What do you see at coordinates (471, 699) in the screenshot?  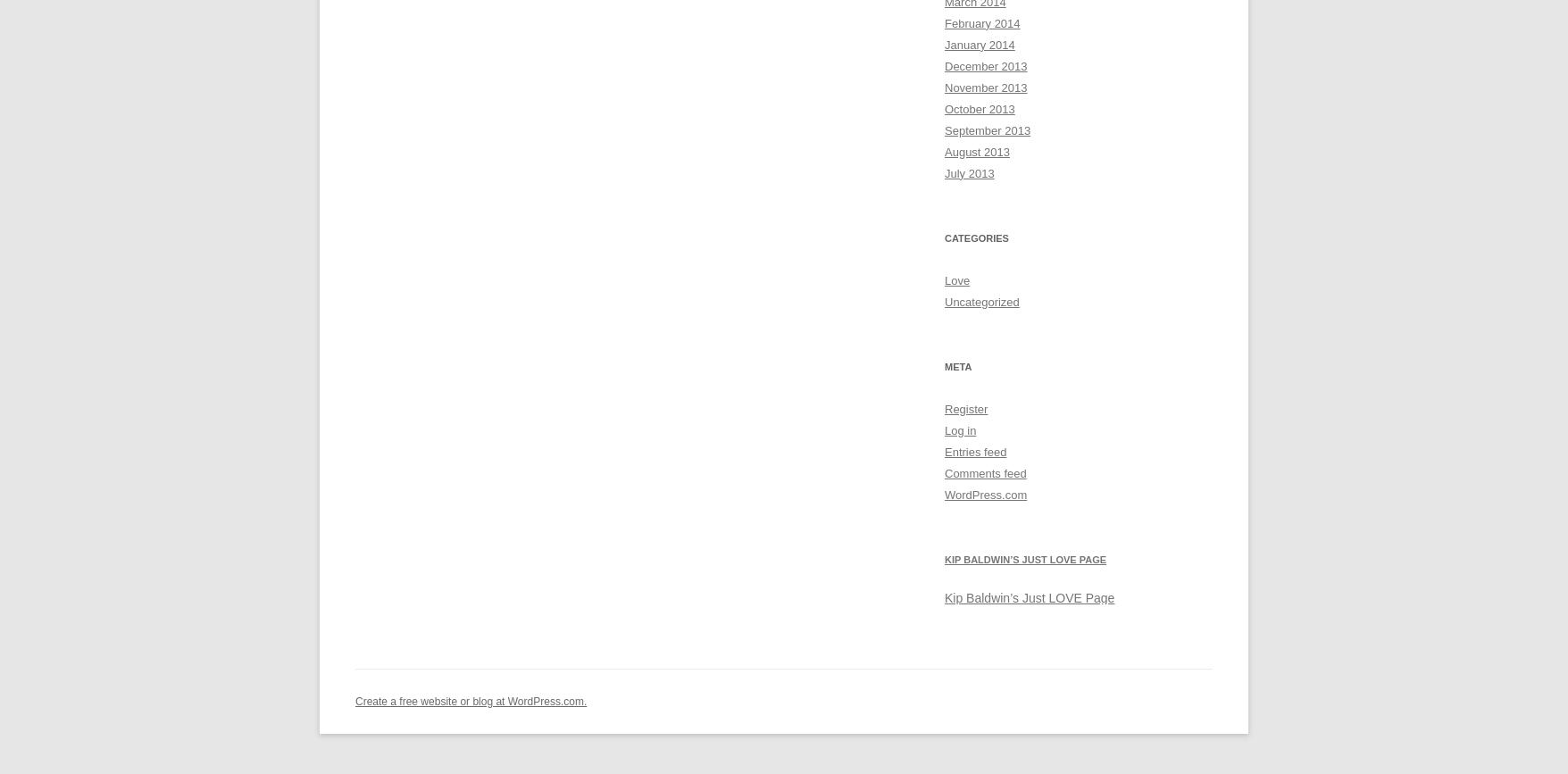 I see `'Create a free website or blog at WordPress.com.'` at bounding box center [471, 699].